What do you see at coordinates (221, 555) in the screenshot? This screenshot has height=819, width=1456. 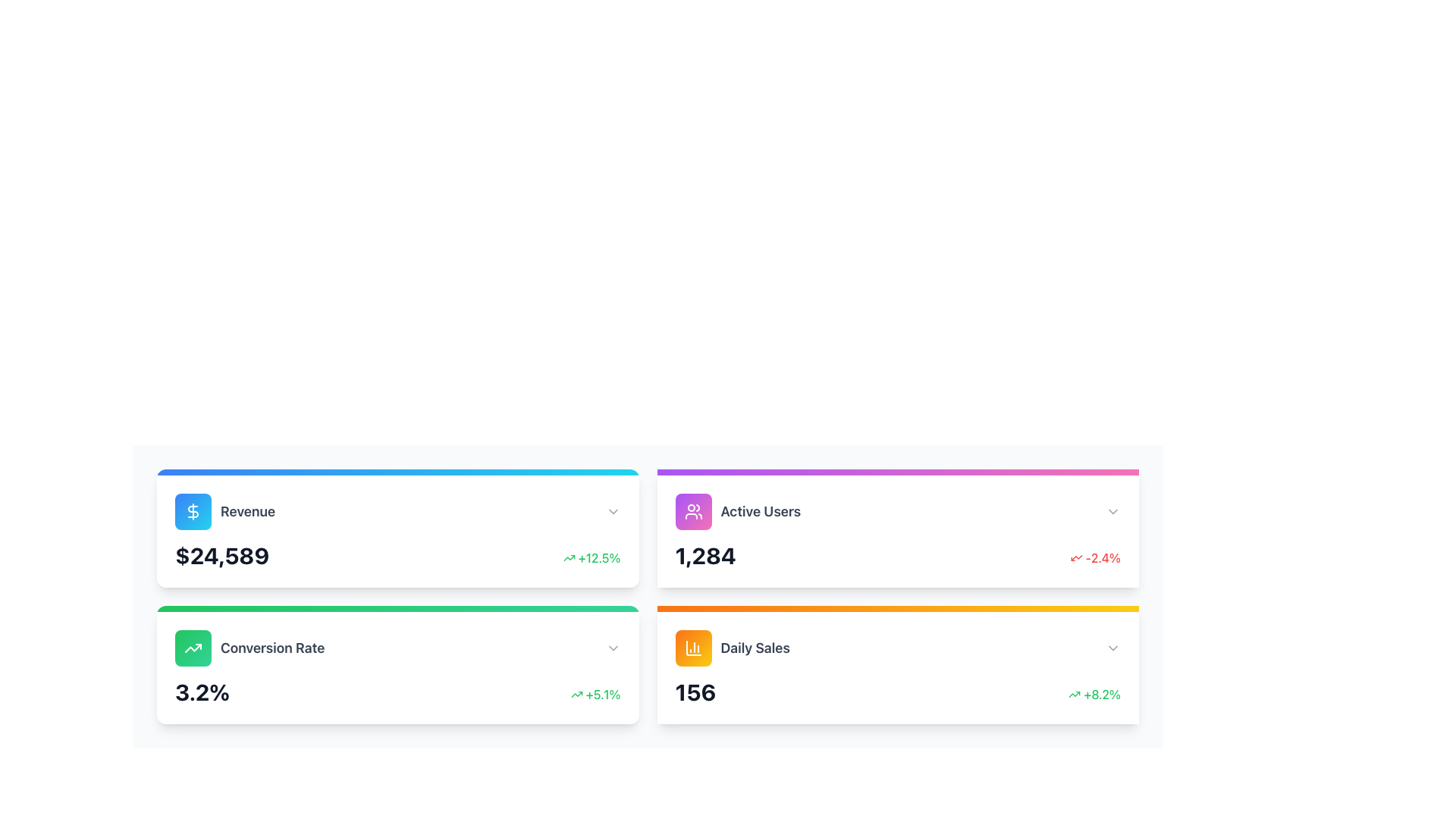 I see `the Text Label displaying the numeric value '$24,589', which is styled in a bold and large font, located below the 'Revenue' label` at bounding box center [221, 555].